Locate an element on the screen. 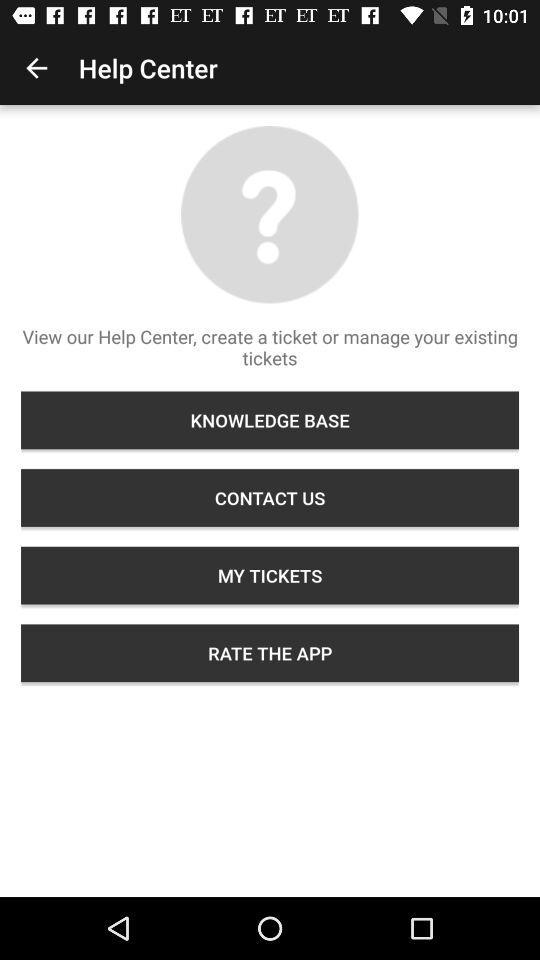 The width and height of the screenshot is (540, 960). item to the left of the help center icon is located at coordinates (36, 68).